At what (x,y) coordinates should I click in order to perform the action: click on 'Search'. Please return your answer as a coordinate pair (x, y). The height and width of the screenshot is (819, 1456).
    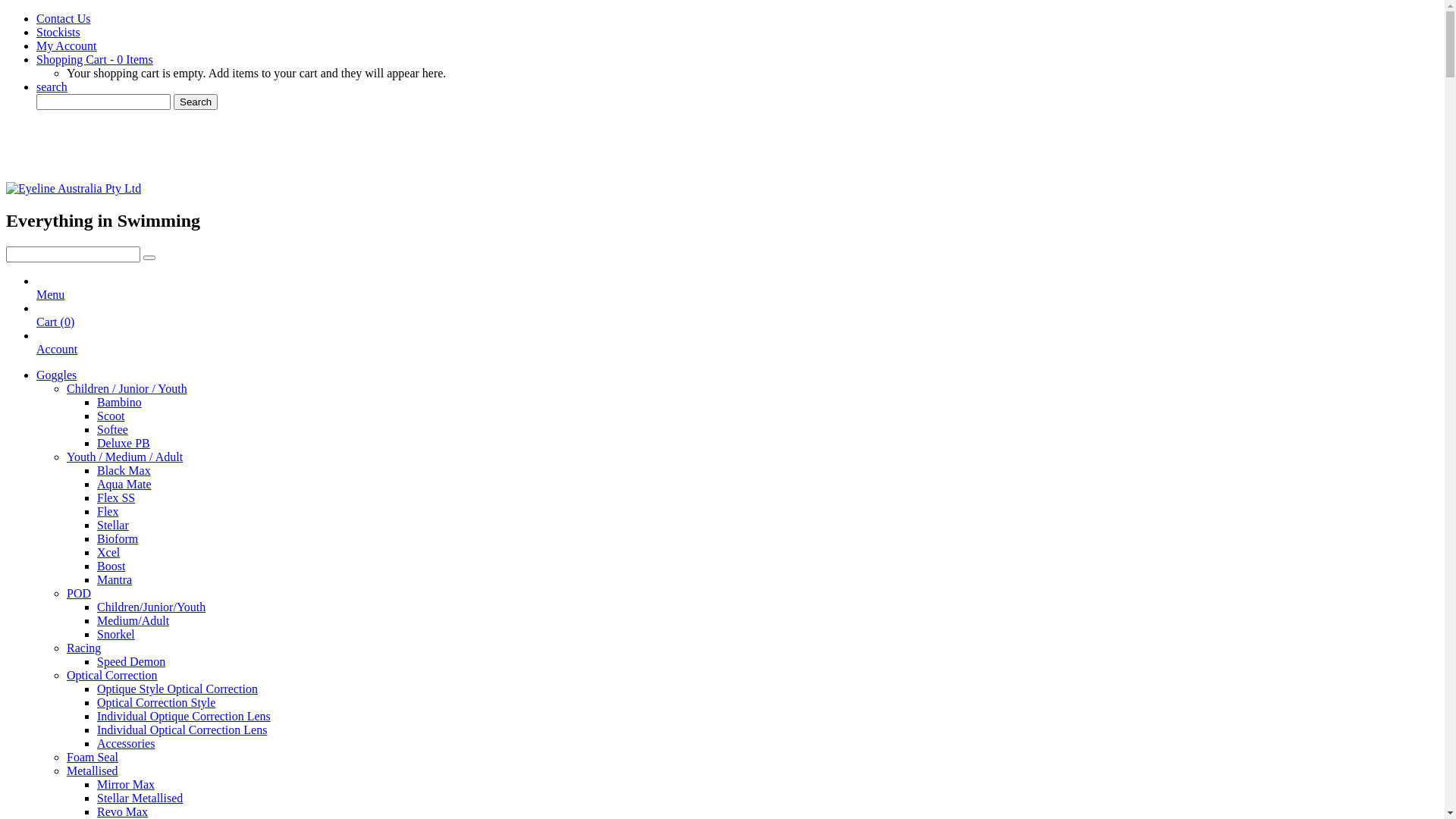
    Looking at the image, I should click on (174, 102).